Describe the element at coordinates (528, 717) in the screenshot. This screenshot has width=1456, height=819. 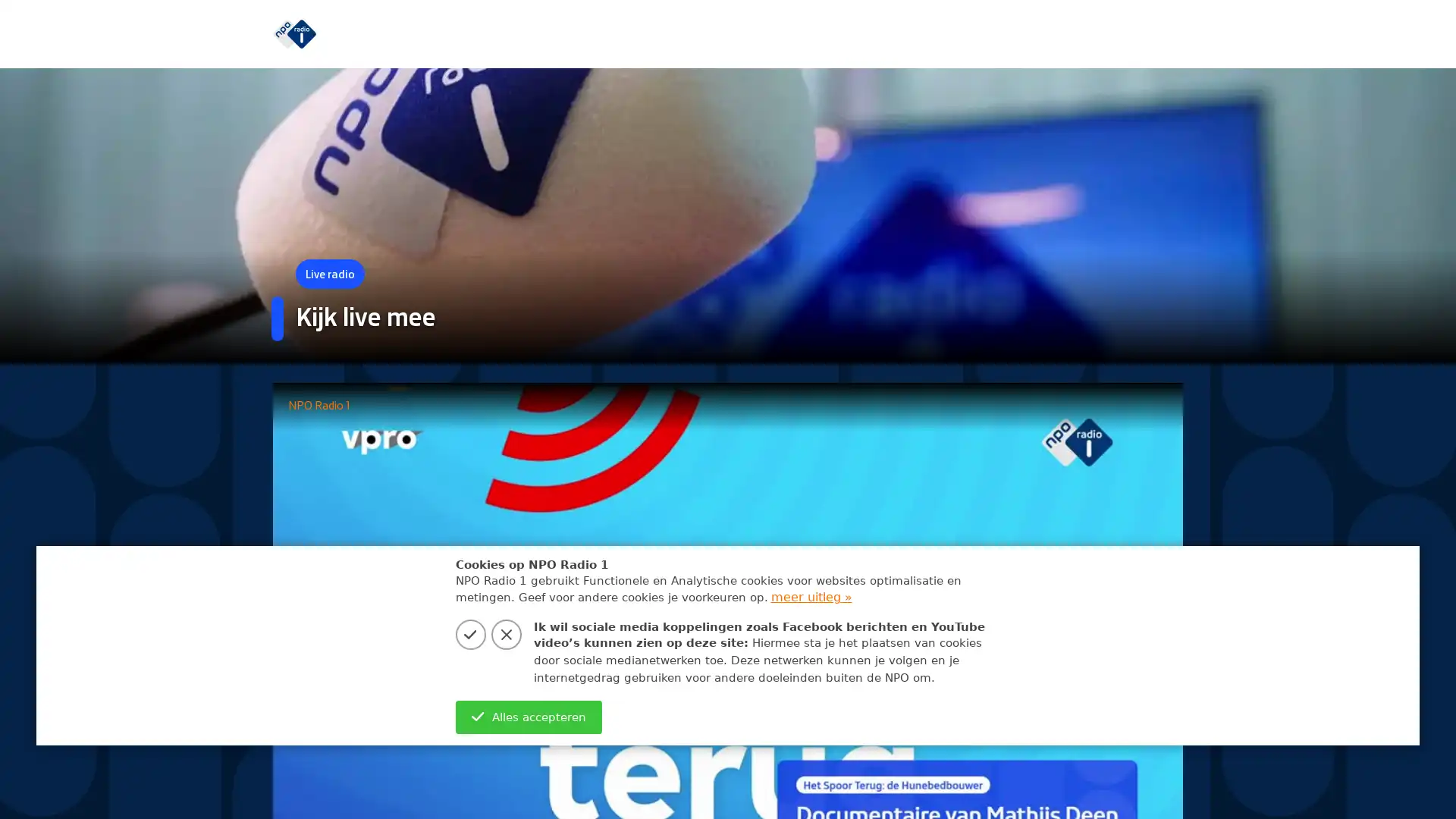
I see `Alles accepteren` at that location.